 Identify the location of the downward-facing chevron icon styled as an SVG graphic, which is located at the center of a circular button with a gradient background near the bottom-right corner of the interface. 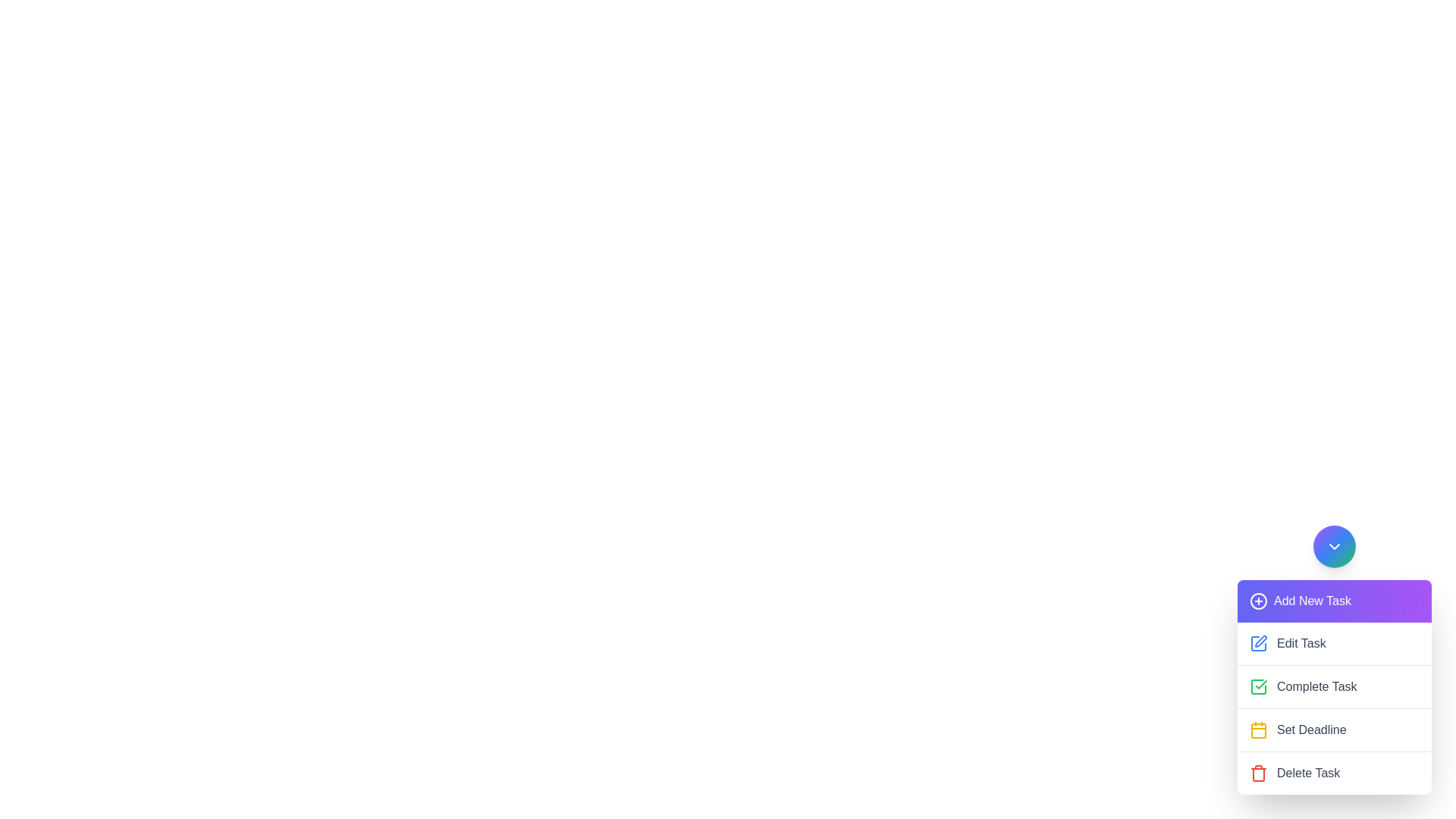
(1335, 547).